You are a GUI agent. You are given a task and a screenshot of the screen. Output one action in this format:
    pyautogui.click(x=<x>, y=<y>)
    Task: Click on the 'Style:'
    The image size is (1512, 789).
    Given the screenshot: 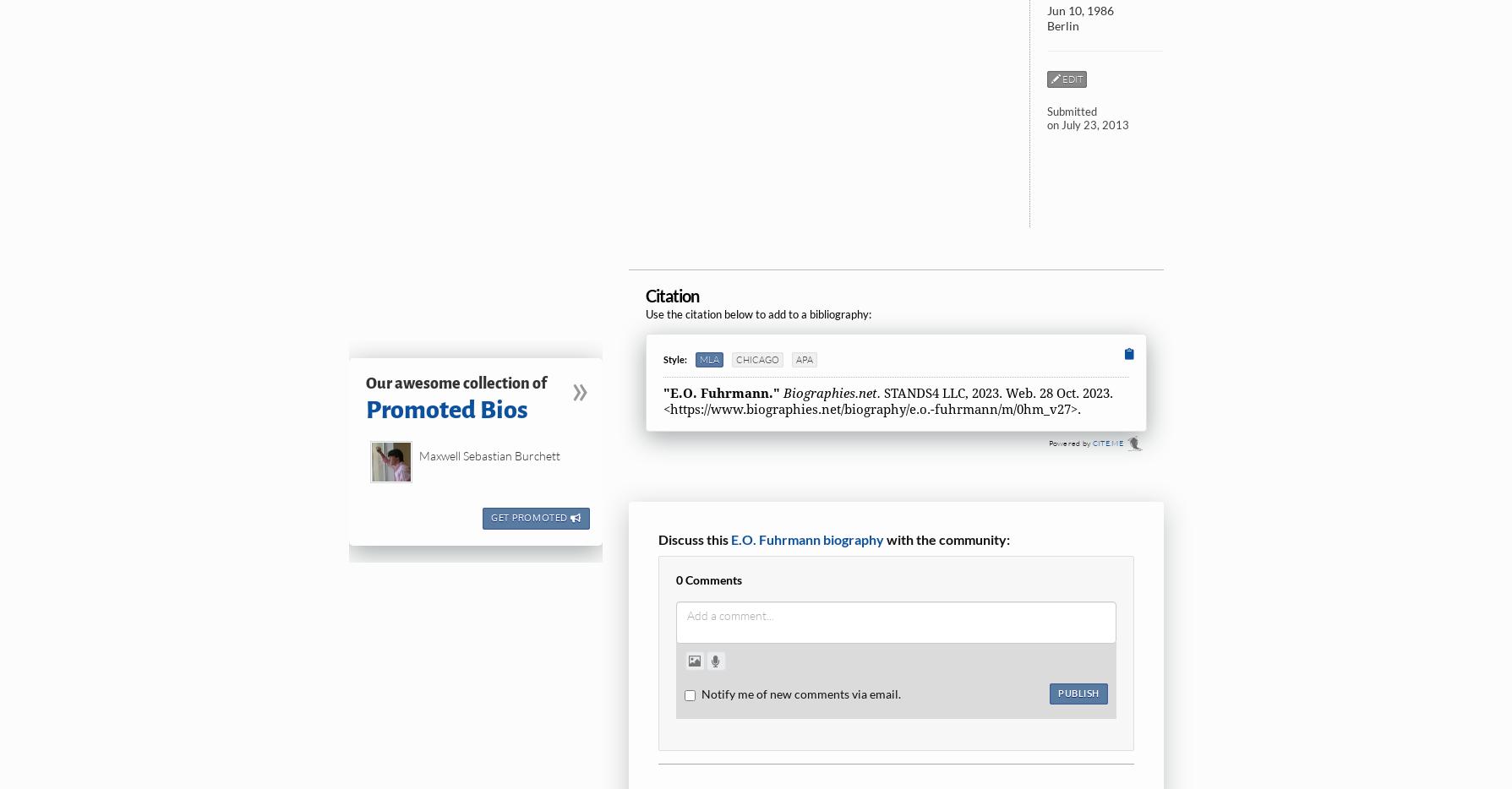 What is the action you would take?
    pyautogui.click(x=674, y=358)
    